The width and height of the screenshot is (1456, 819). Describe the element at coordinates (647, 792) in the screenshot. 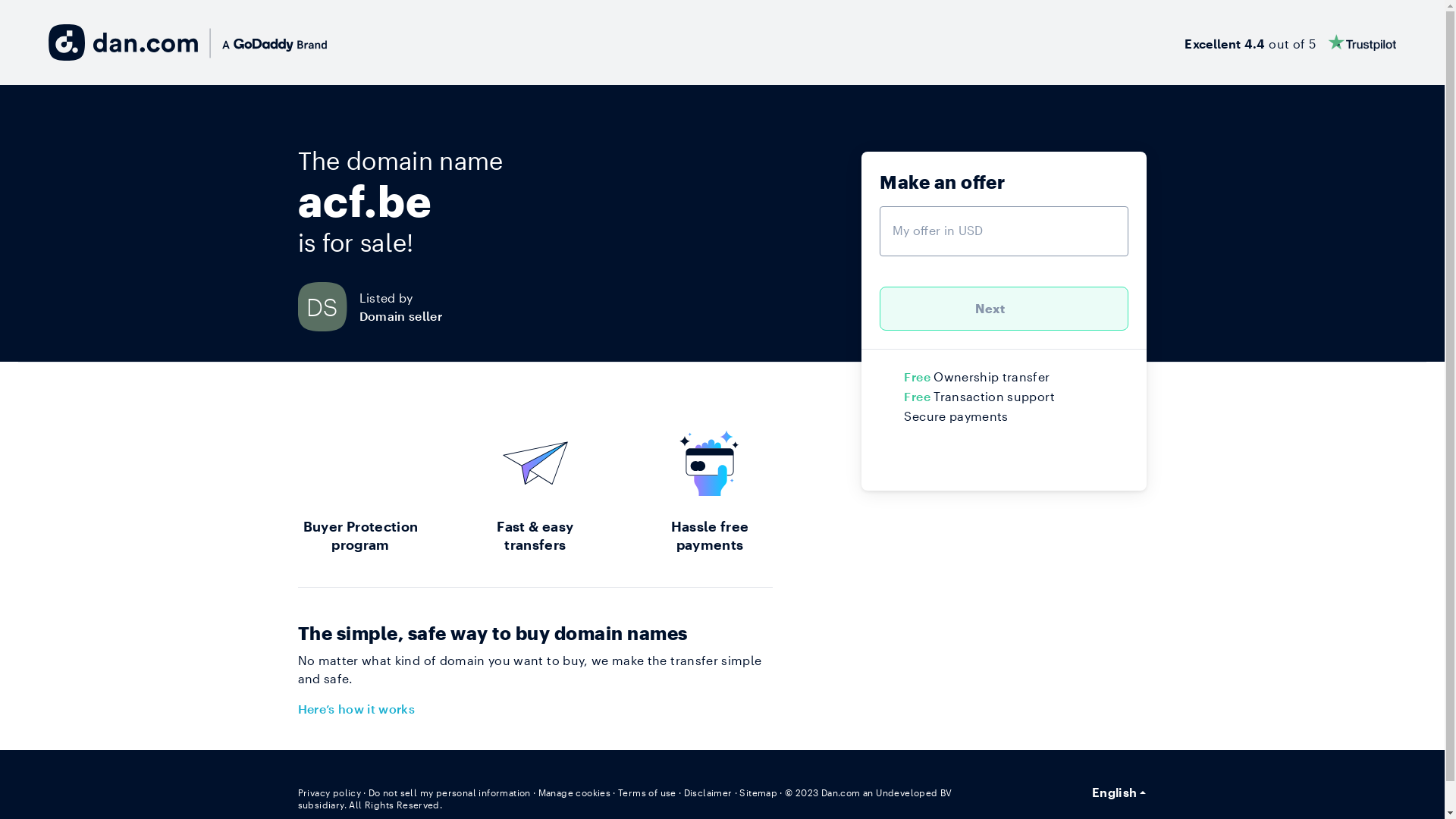

I see `'Terms of use'` at that location.